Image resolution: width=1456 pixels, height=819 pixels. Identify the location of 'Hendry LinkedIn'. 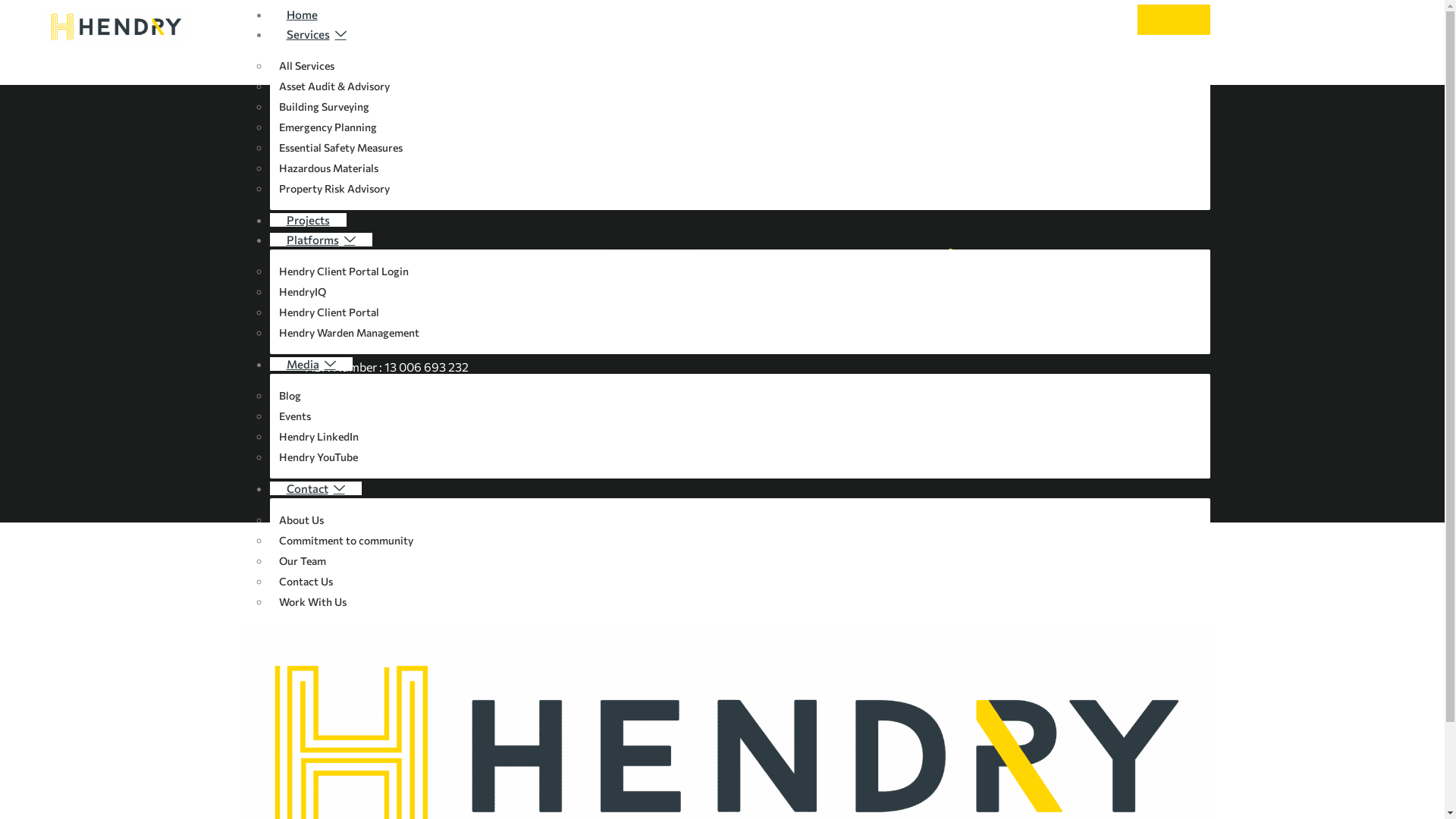
(318, 436).